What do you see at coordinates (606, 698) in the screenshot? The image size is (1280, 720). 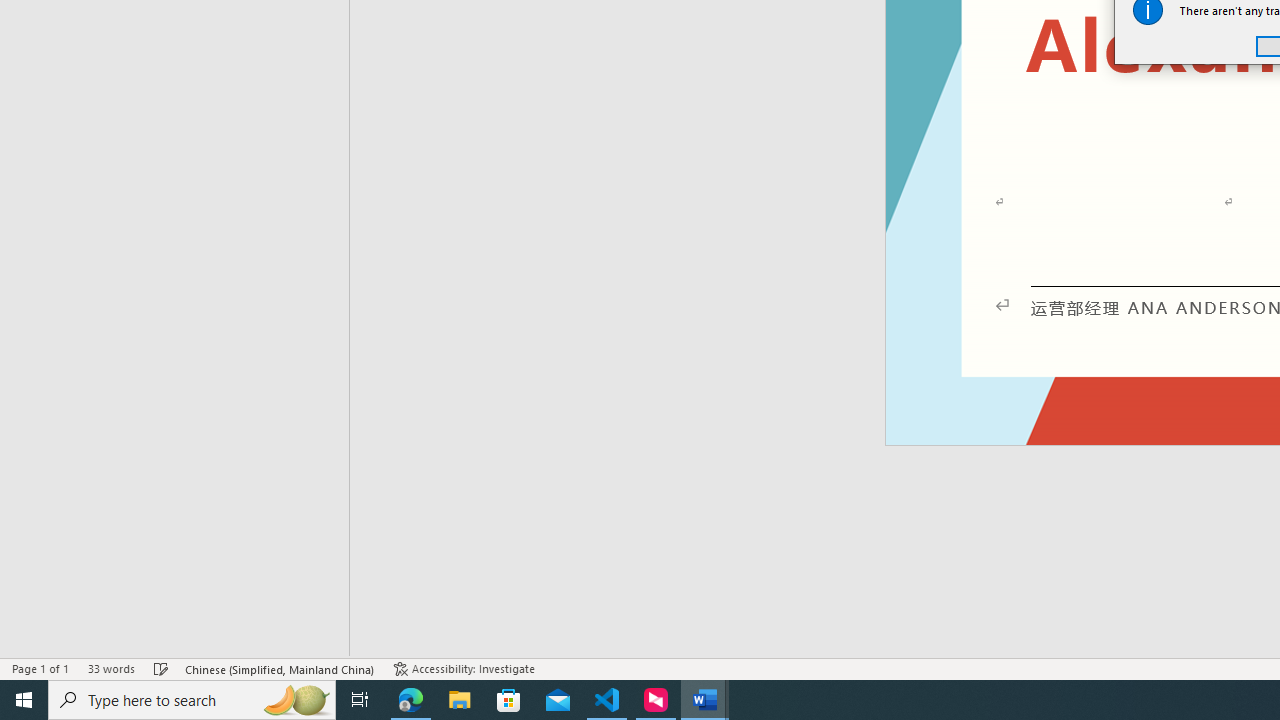 I see `'Visual Studio Code - 1 running window'` at bounding box center [606, 698].